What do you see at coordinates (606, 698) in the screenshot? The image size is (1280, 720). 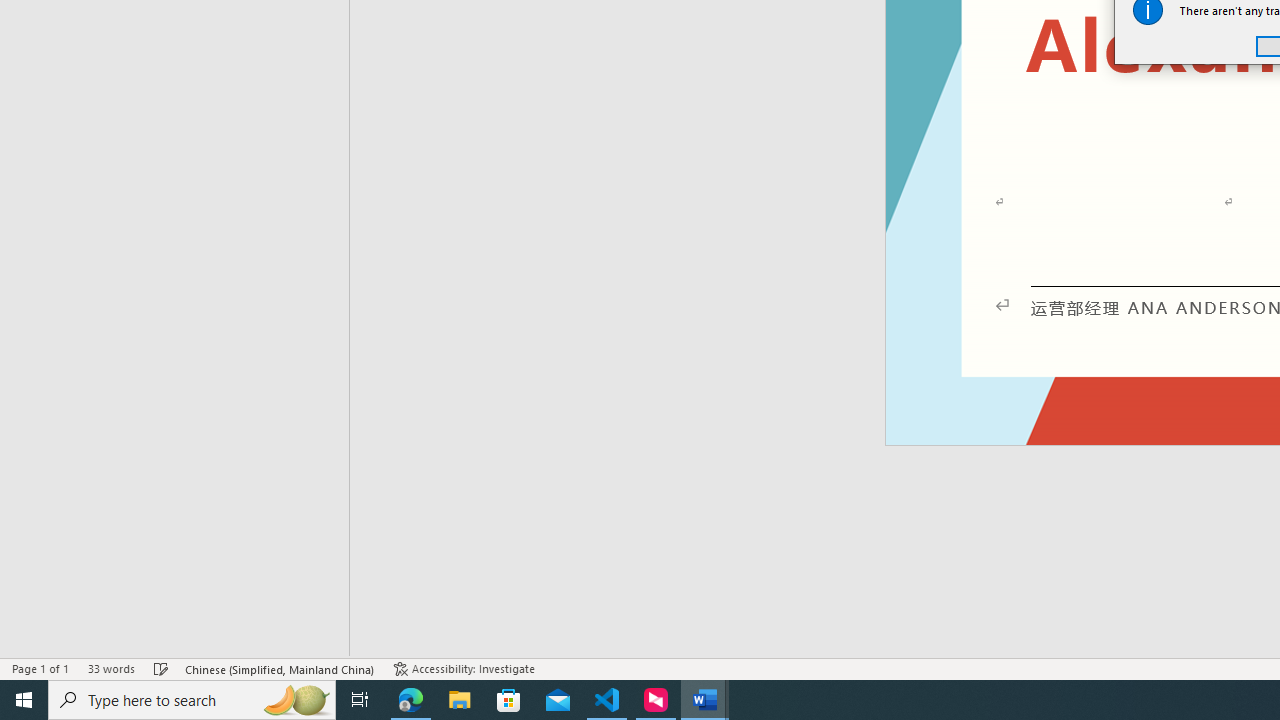 I see `'Visual Studio Code - 1 running window'` at bounding box center [606, 698].